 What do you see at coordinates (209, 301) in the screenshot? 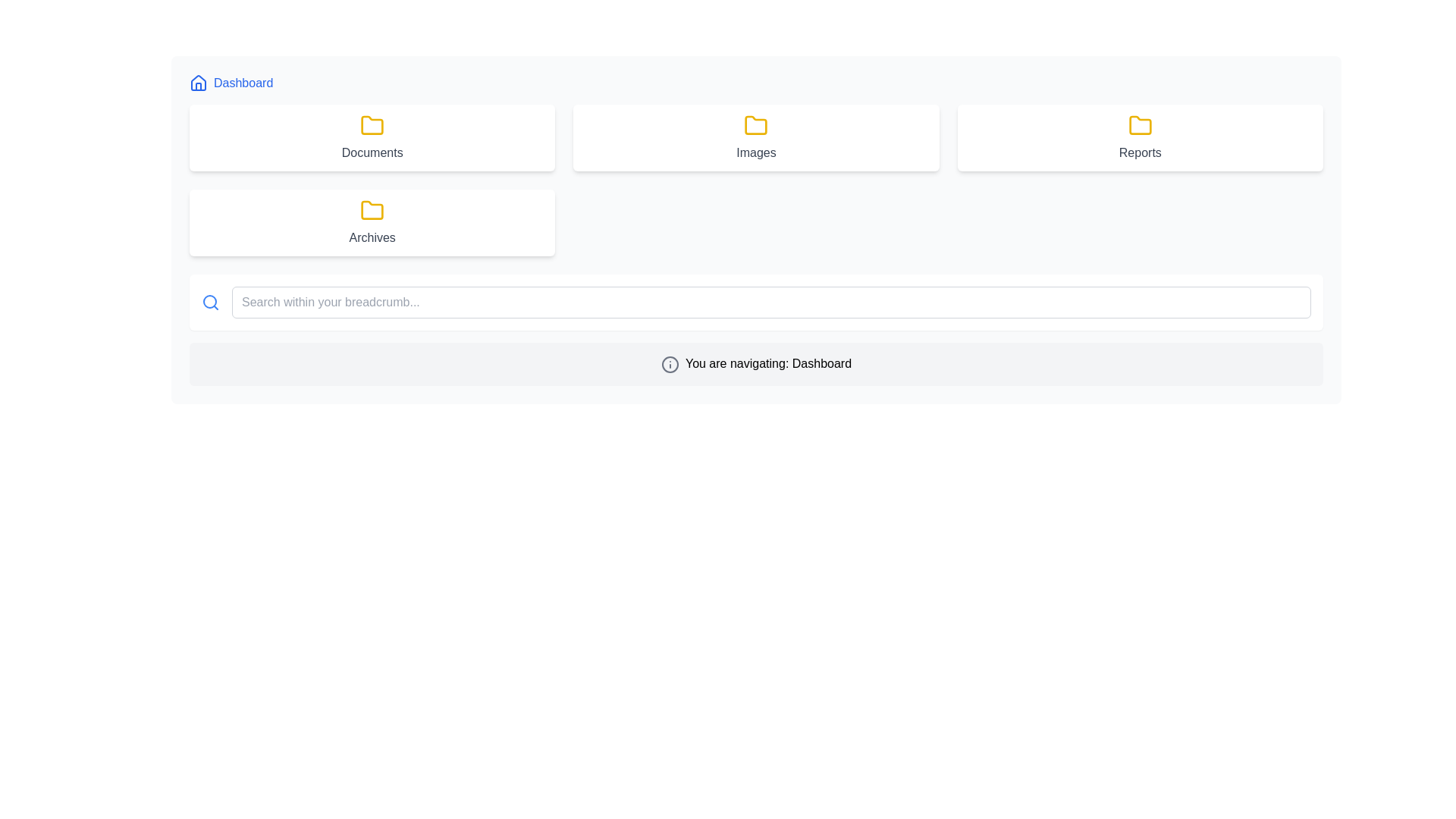
I see `the small circular shape that represents the lens of the magnifying glass within the search icon, which is located to the left of the search input box` at bounding box center [209, 301].